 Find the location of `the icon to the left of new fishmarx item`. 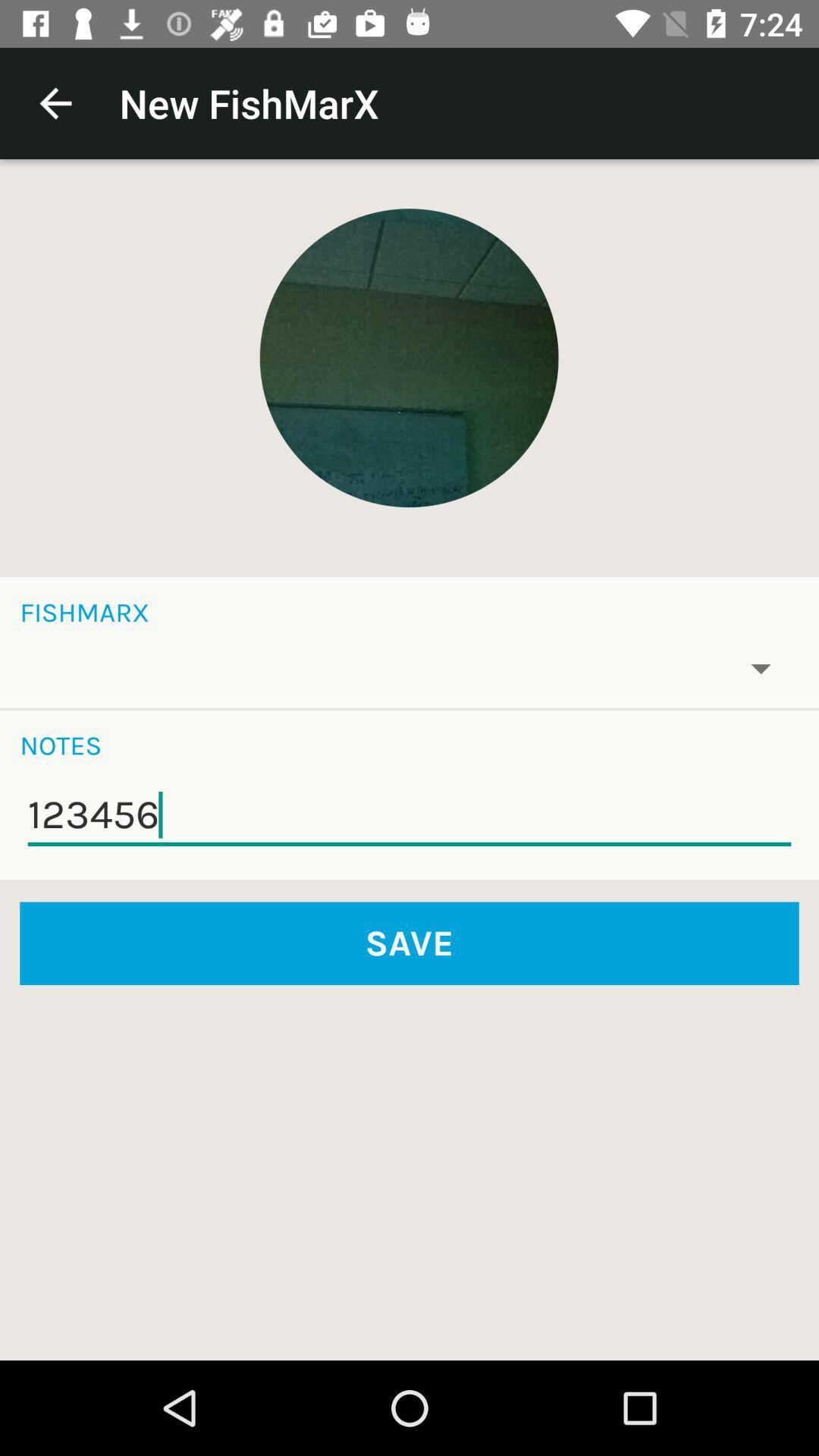

the icon to the left of new fishmarx item is located at coordinates (55, 102).